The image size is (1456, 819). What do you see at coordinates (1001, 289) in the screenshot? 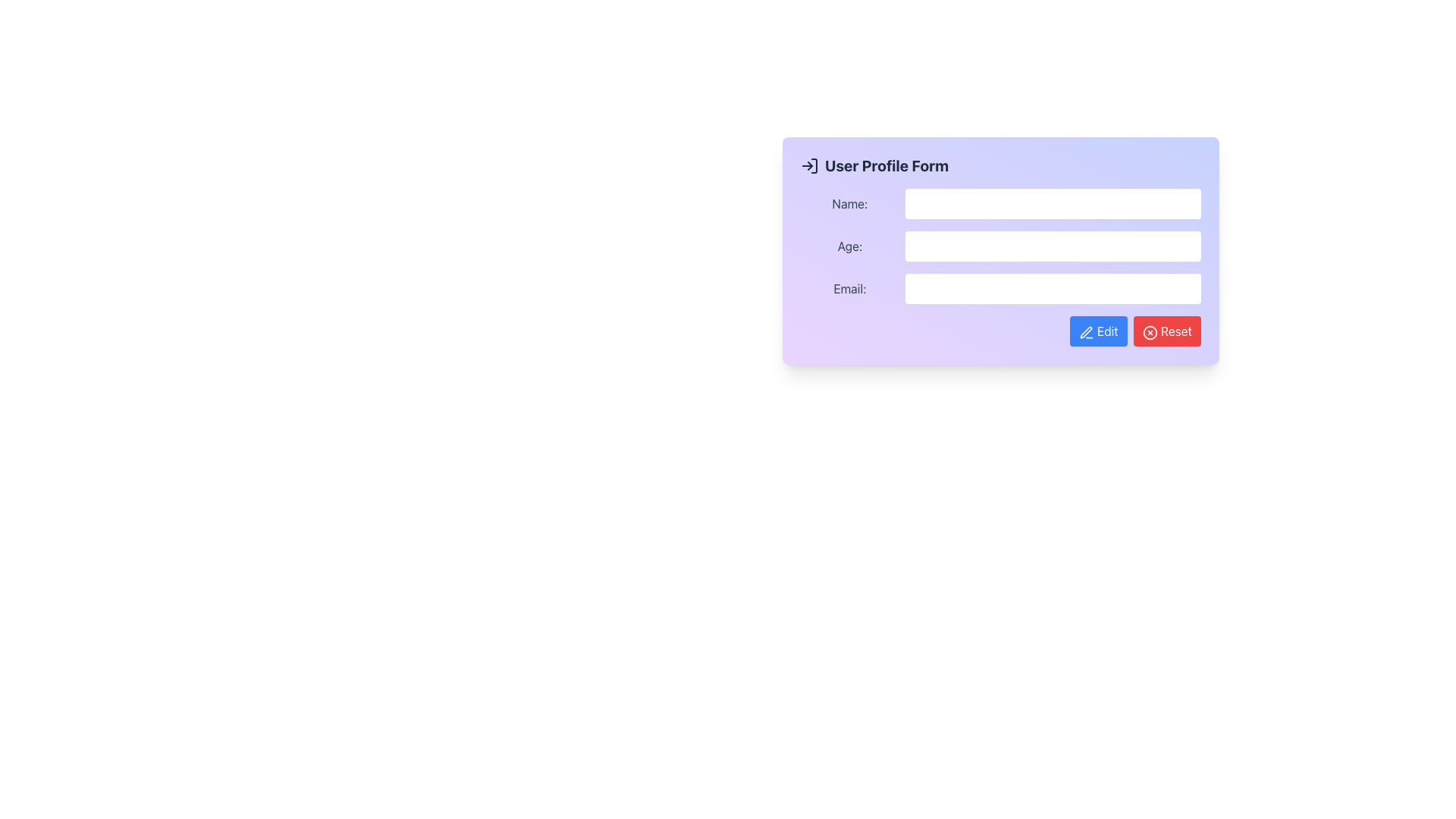
I see `the email input box in the third row of the vertical list of labeled input fields to focus on it` at bounding box center [1001, 289].